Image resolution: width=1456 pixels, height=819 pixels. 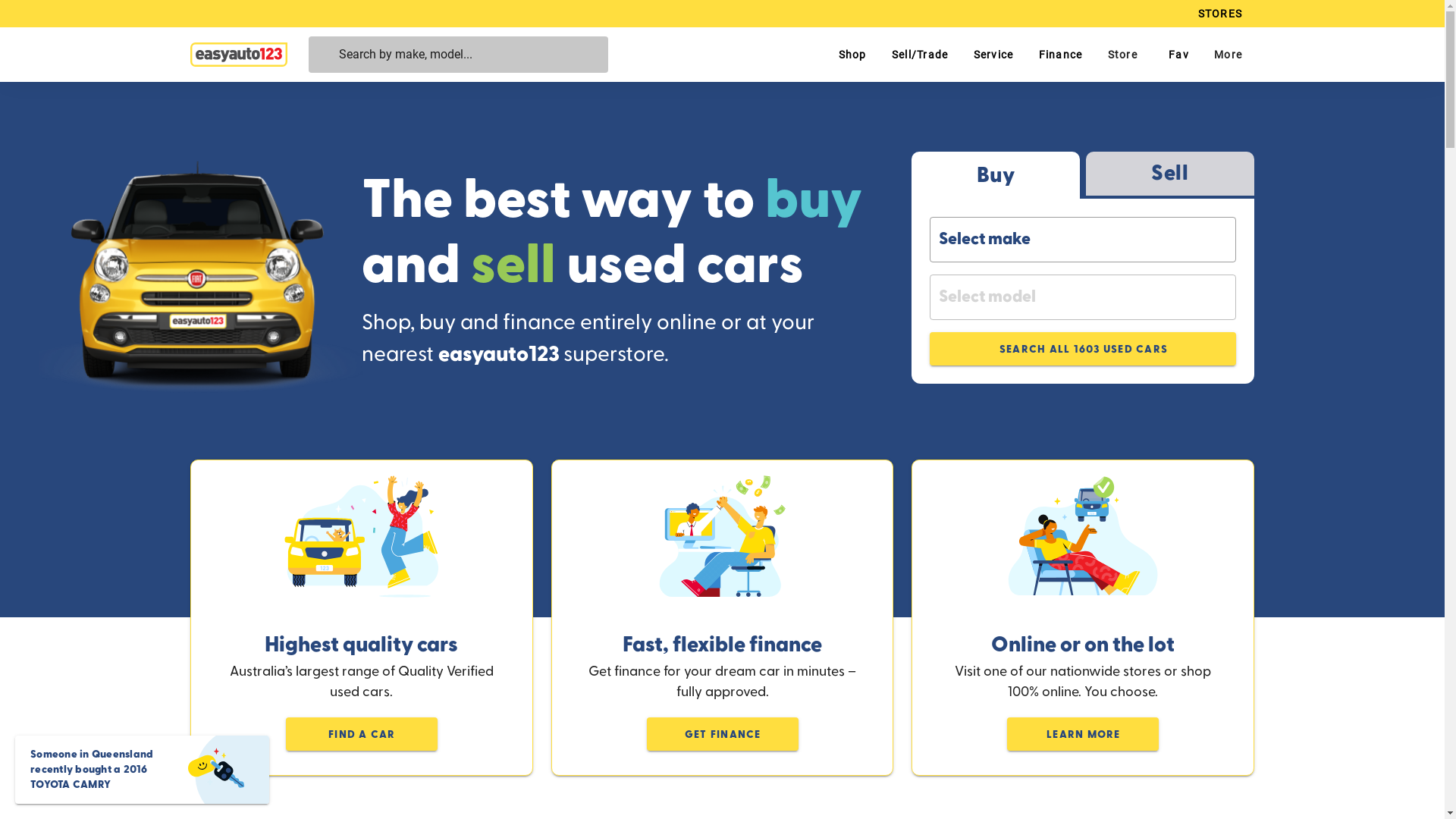 I want to click on 'FIND A CAR', so click(x=286, y=733).